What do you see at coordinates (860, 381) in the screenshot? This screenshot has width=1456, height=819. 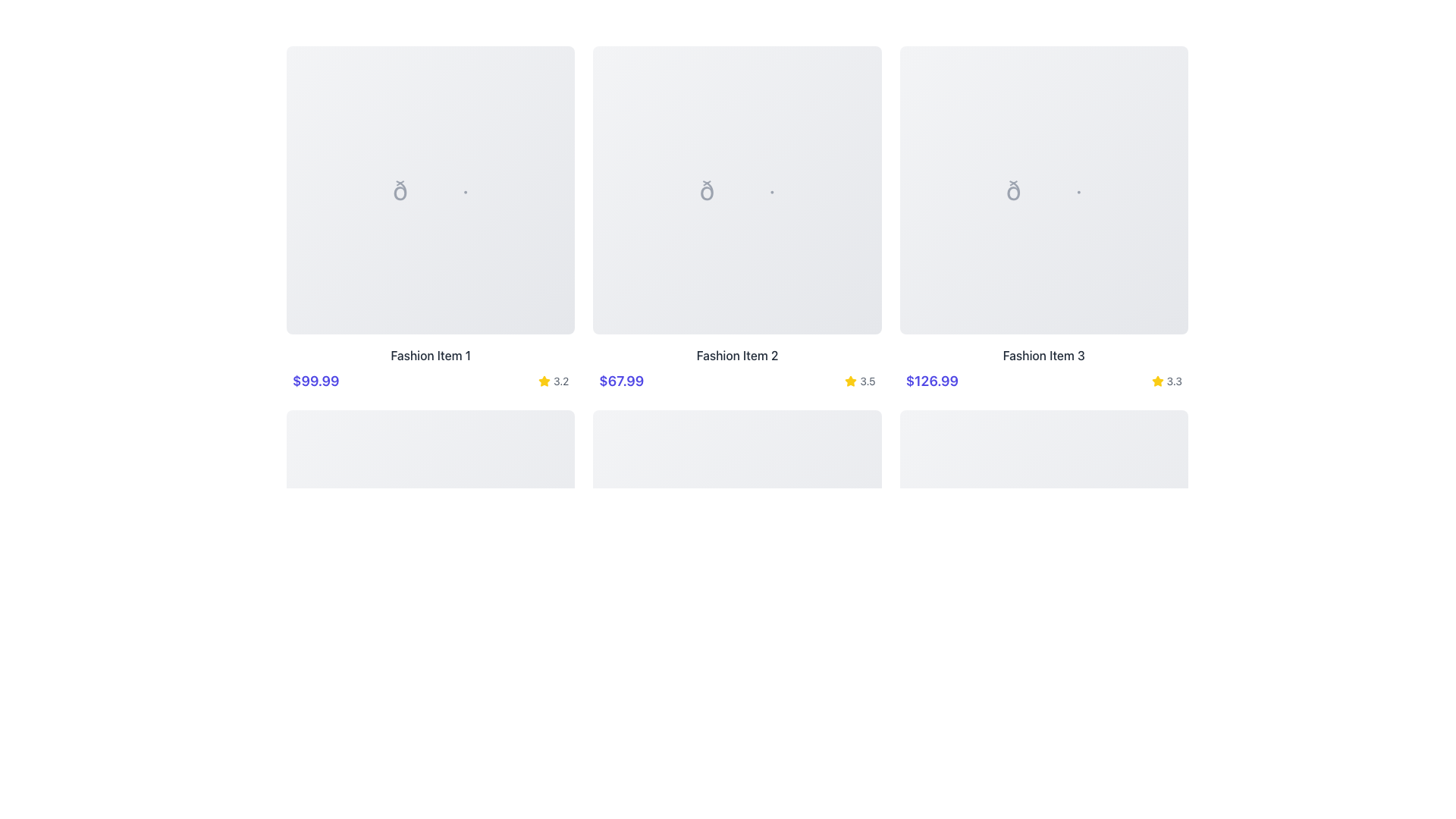 I see `the rating text element that displays the score out of five for the associated fashion item, located in the center of the second column, aligned with the price '$67.99' and below the image of the second fashion item` at bounding box center [860, 381].